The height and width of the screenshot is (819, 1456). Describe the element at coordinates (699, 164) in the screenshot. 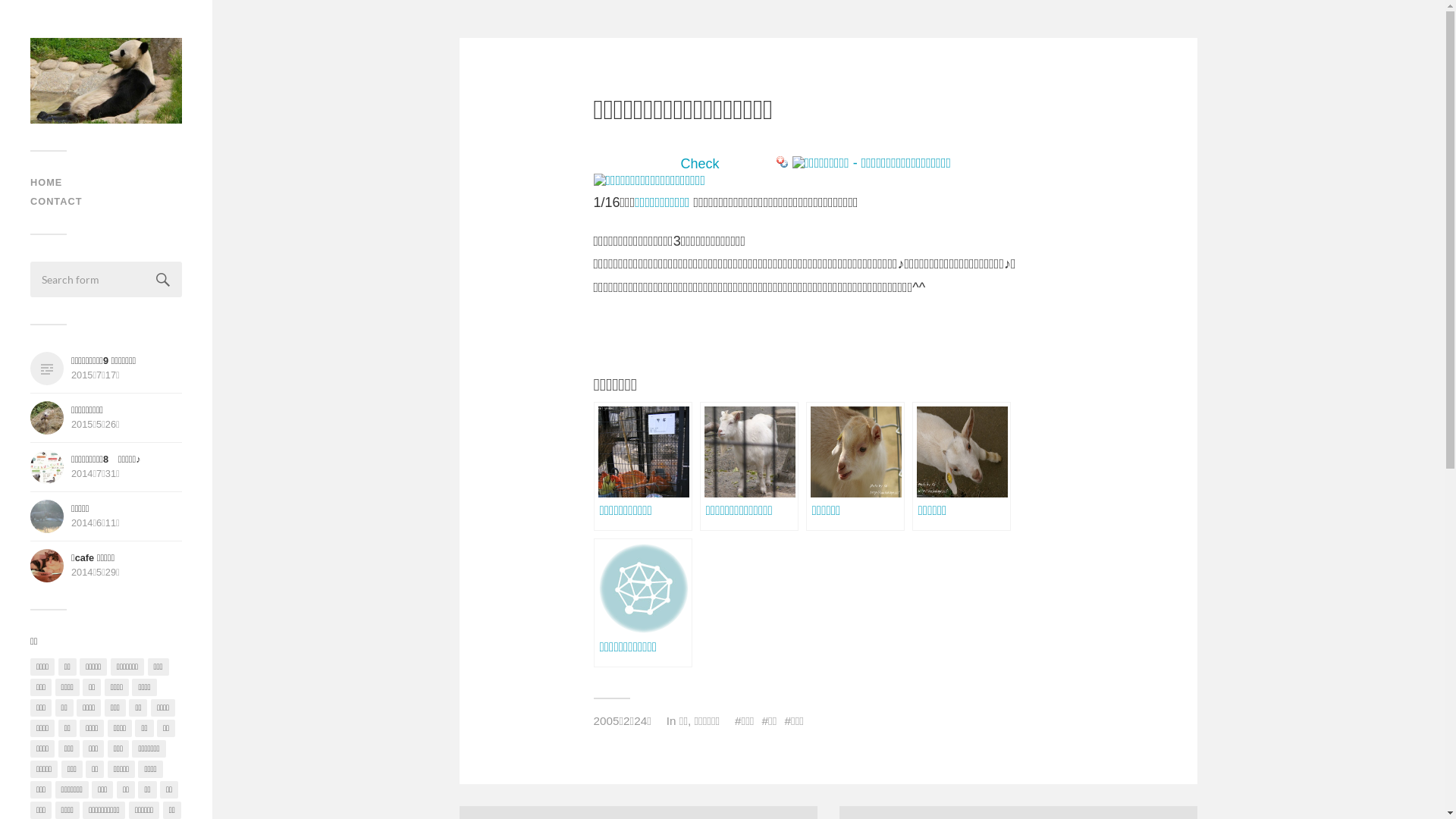

I see `'Check'` at that location.